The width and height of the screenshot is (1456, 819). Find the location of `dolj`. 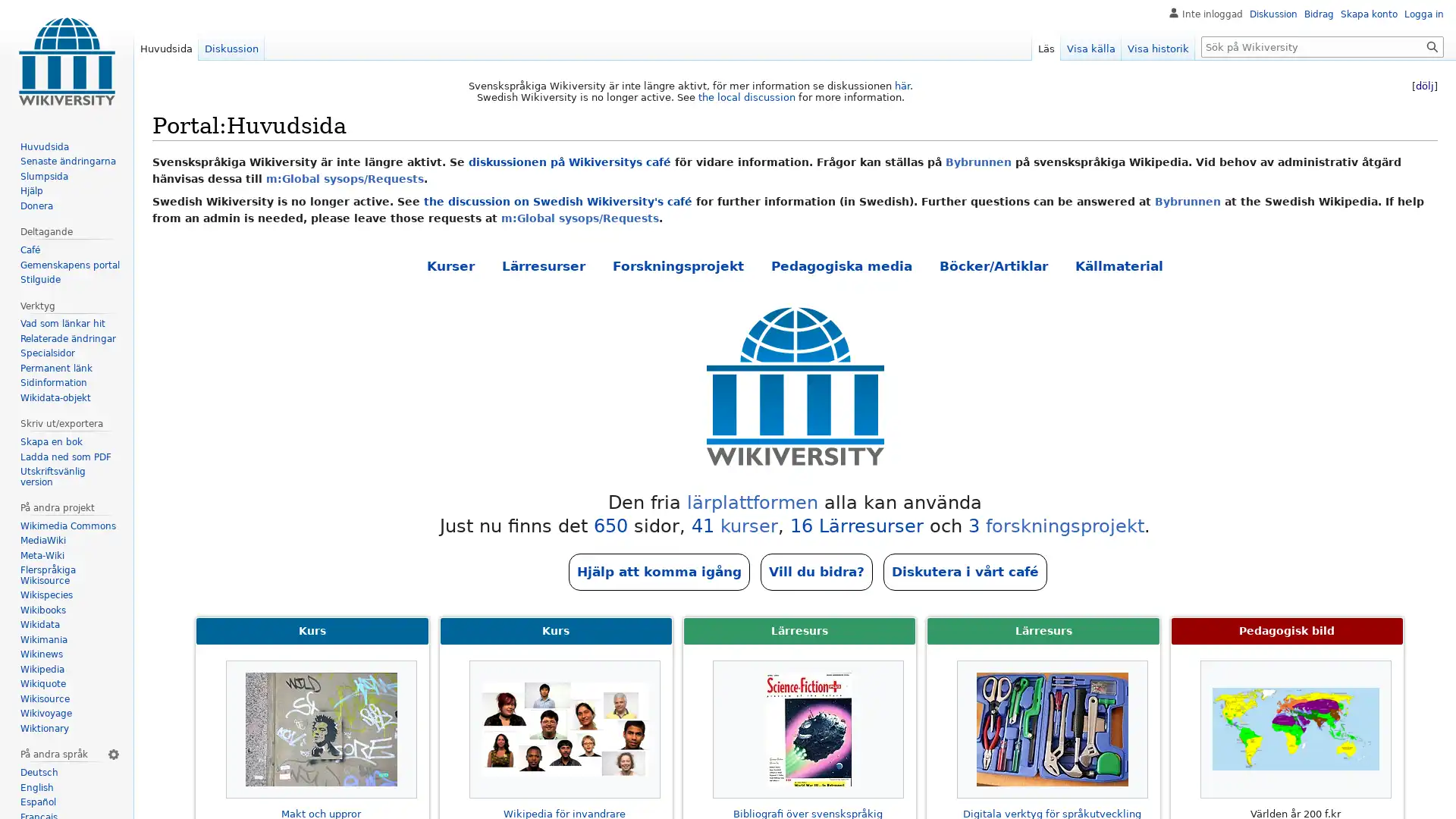

dolj is located at coordinates (1423, 86).